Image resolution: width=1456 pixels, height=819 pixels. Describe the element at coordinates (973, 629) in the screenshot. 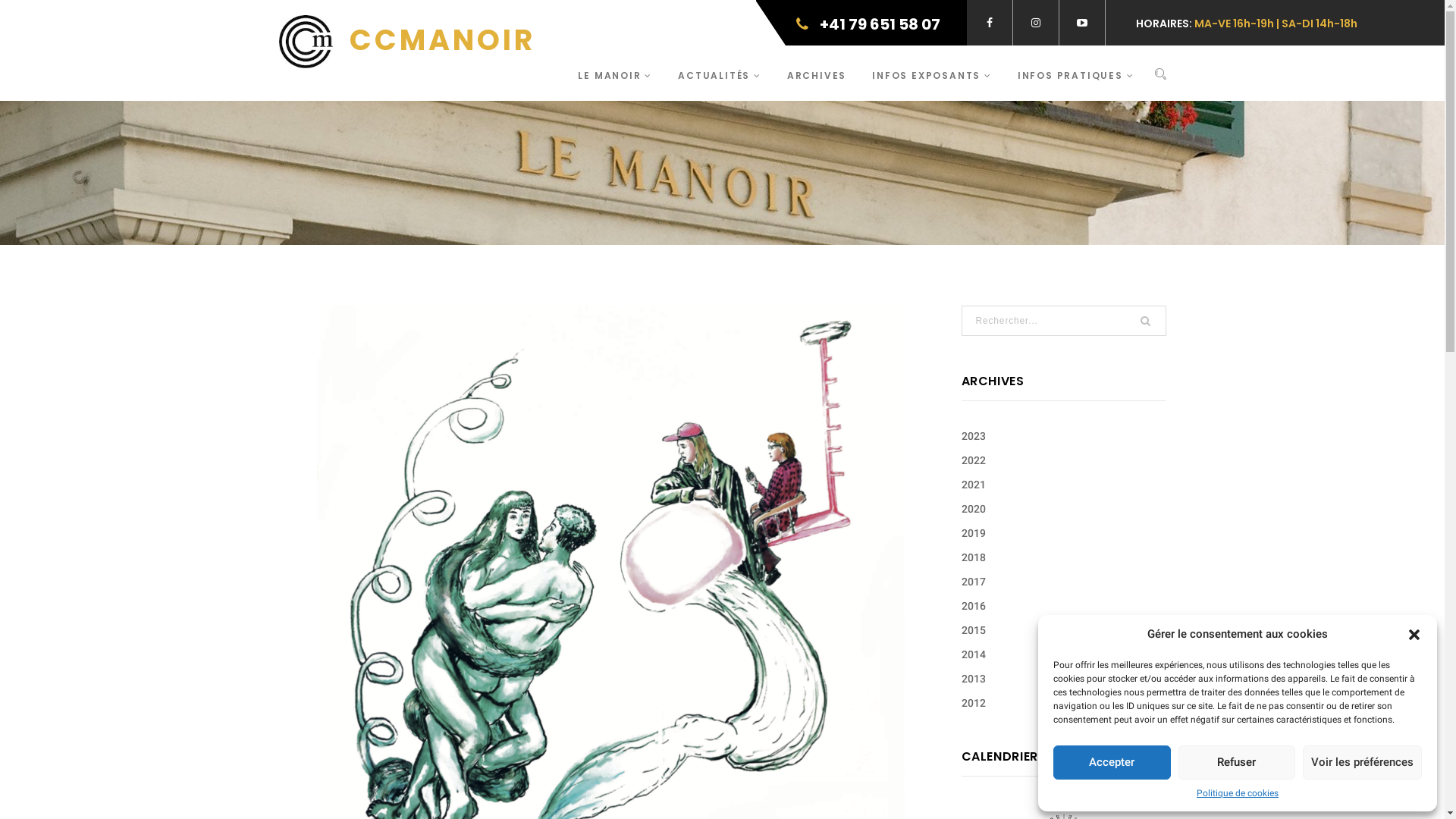

I see `'2015'` at that location.